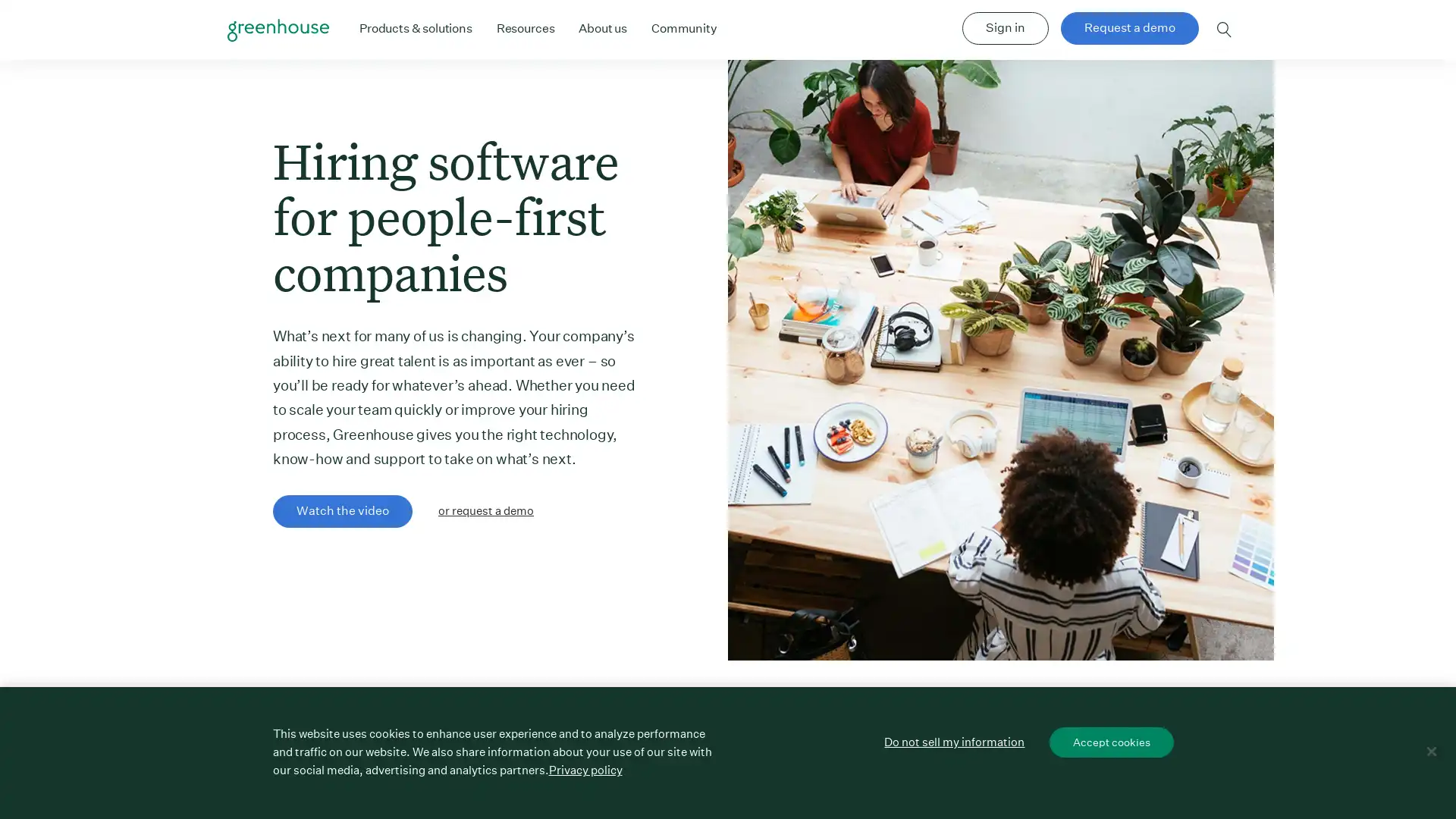 This screenshot has height=819, width=1456. What do you see at coordinates (525, 28) in the screenshot?
I see `Open menu for Resources` at bounding box center [525, 28].